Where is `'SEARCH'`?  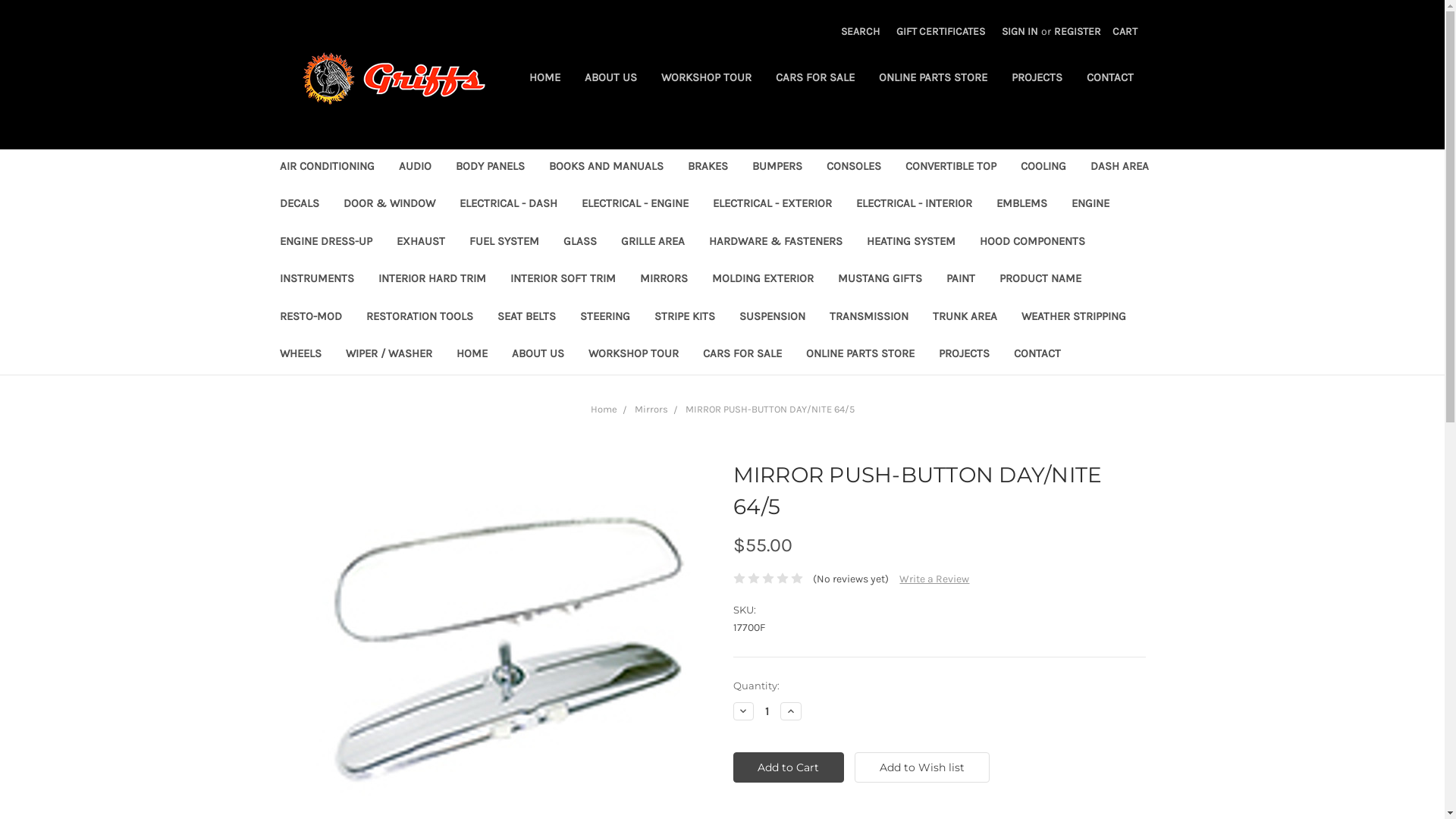
'SEARCH' is located at coordinates (860, 31).